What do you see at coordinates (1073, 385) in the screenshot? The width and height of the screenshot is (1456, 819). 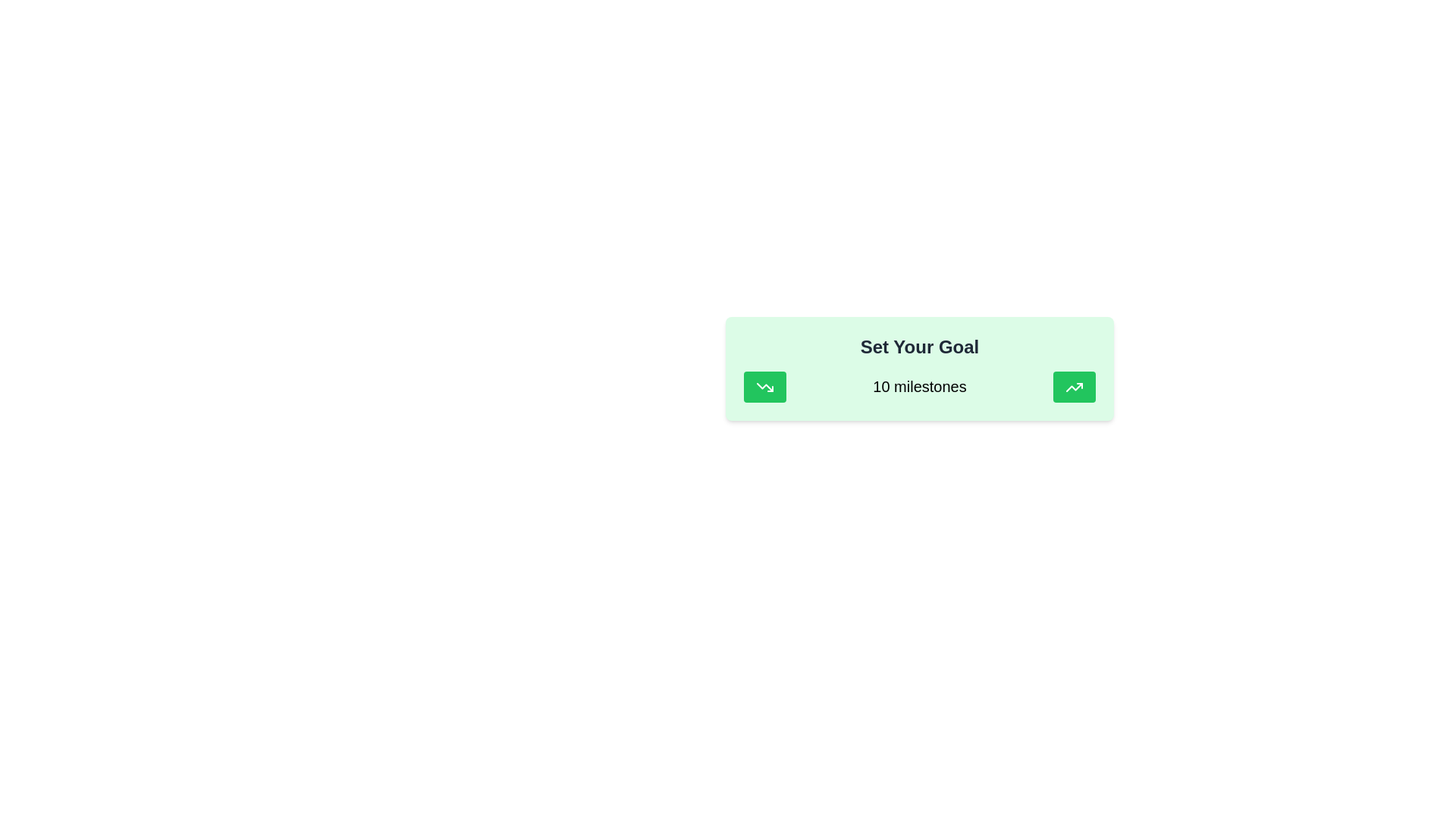 I see `the main diagonal line of the line chart icon, which is part of the 'Set Your Goal' button in the green light-background box` at bounding box center [1073, 385].